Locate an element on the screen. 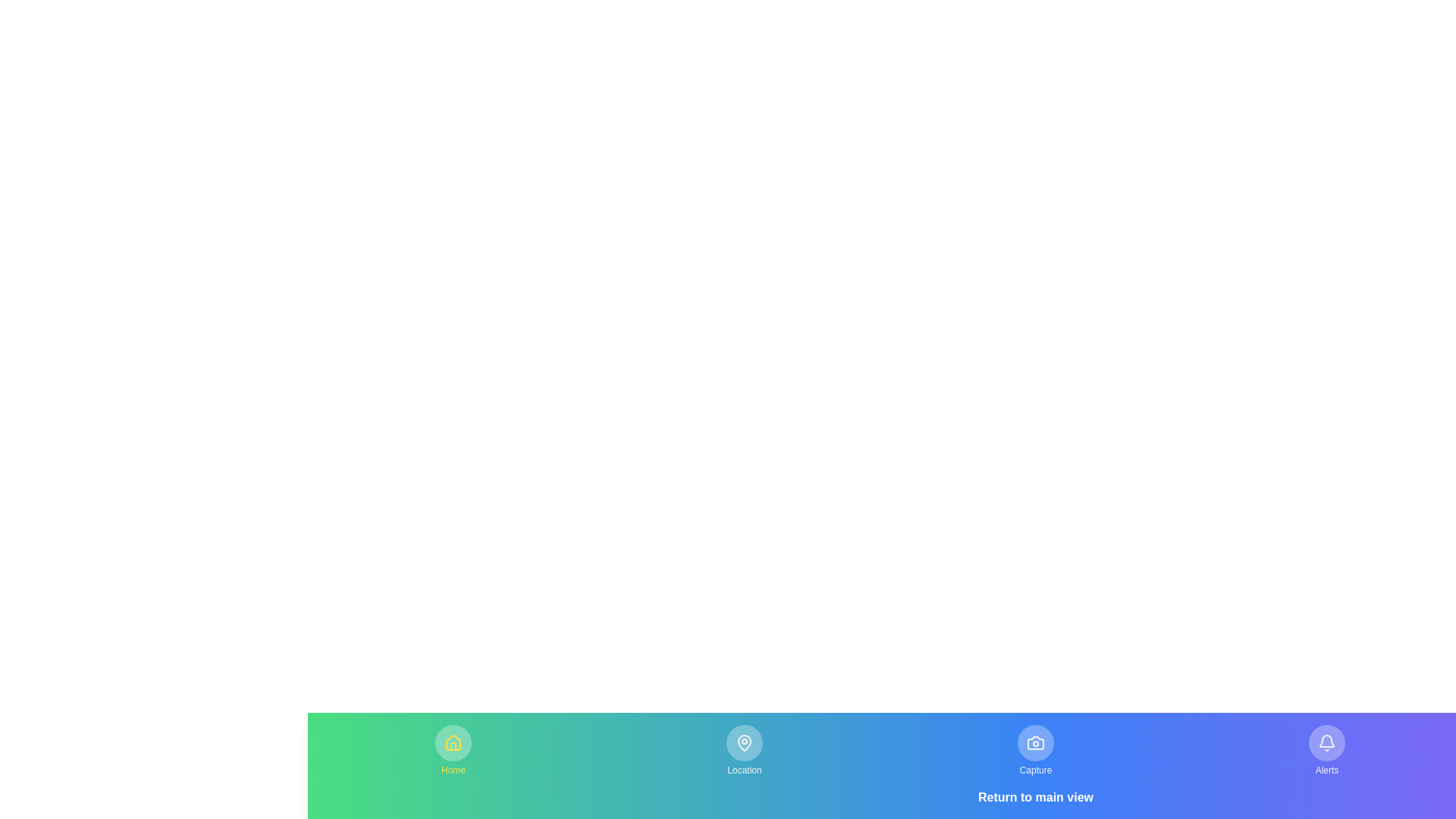 The image size is (1456, 819). the menu item labeled Alerts to trigger its hover effect is located at coordinates (1326, 751).